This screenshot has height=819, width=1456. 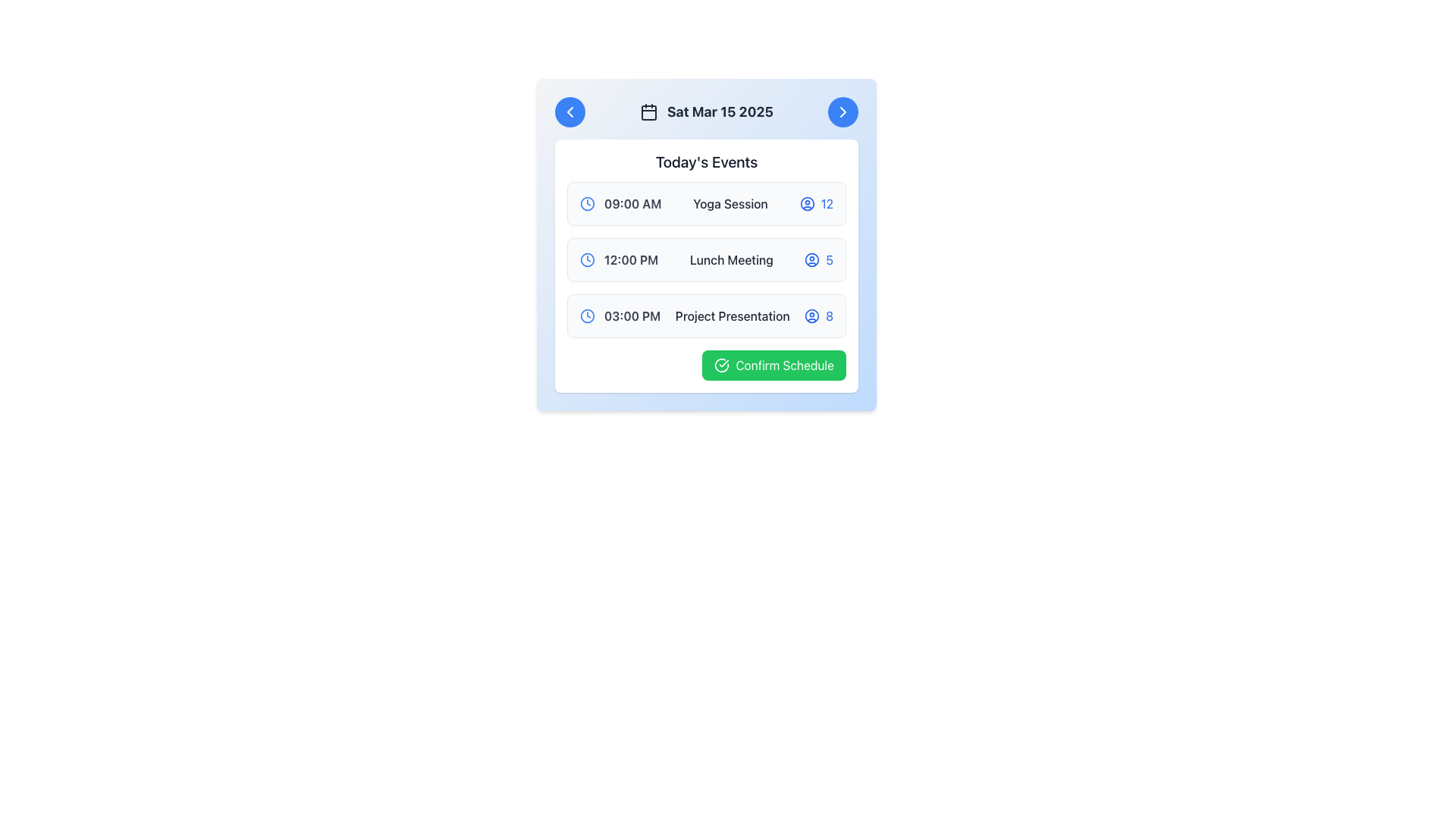 I want to click on the circular user icon associated with the 'Yoga Session' event at 09:00 AM located in the middle-right area of the event entry, so click(x=806, y=203).